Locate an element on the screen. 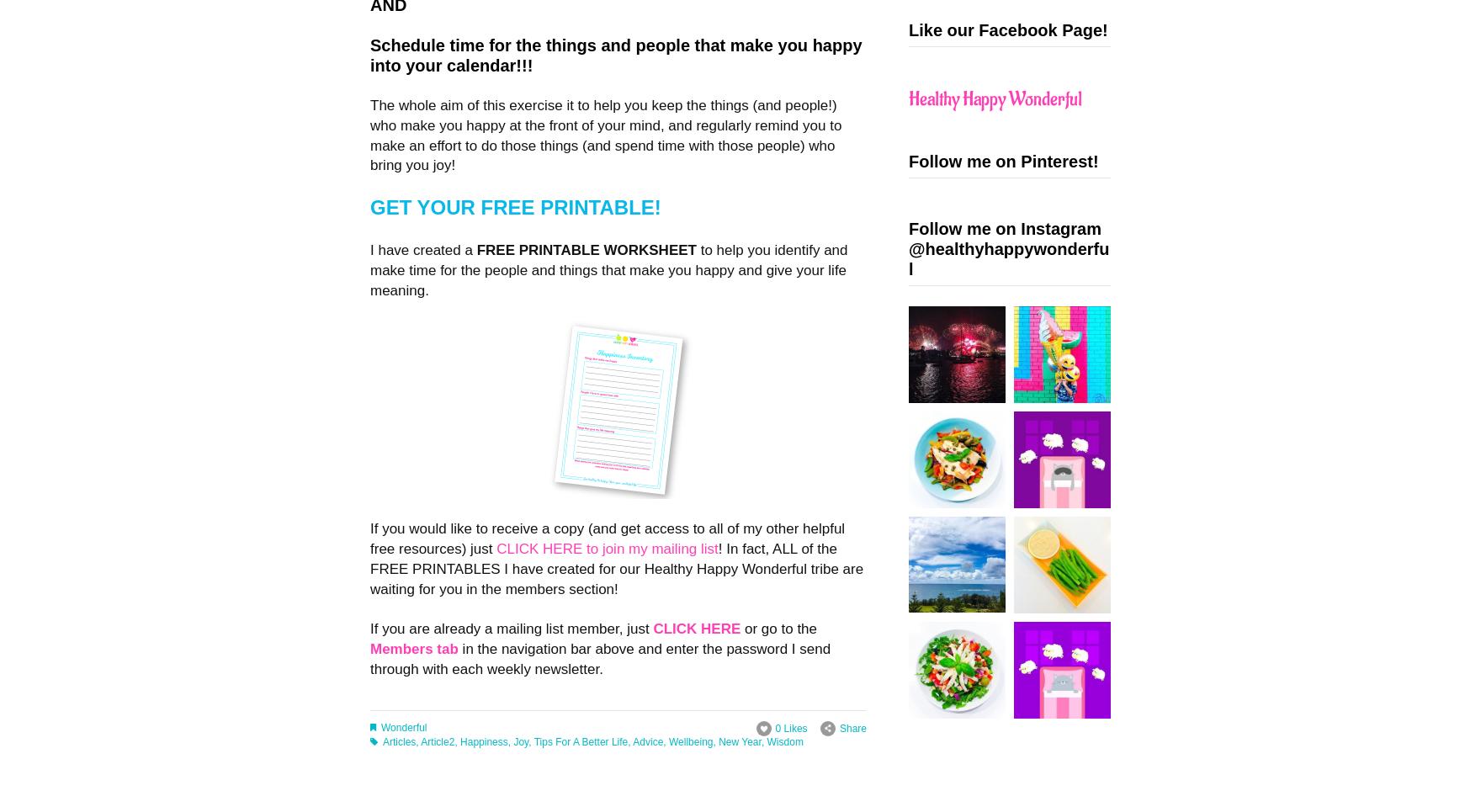 This screenshot has width=1481, height=812. 'Joy' is located at coordinates (520, 741).